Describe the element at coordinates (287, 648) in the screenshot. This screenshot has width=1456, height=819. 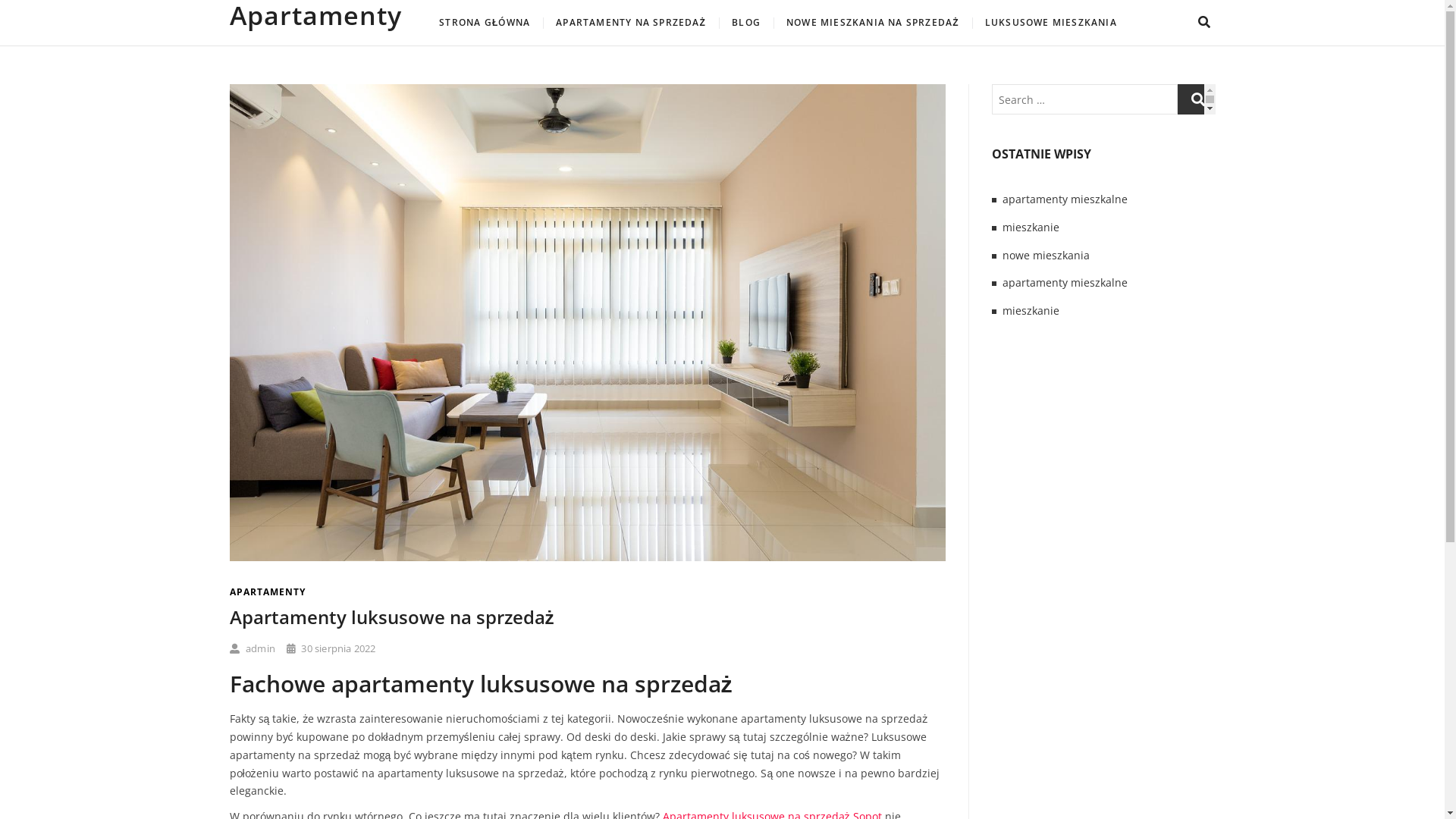
I see `'30 sierpnia 2022'` at that location.